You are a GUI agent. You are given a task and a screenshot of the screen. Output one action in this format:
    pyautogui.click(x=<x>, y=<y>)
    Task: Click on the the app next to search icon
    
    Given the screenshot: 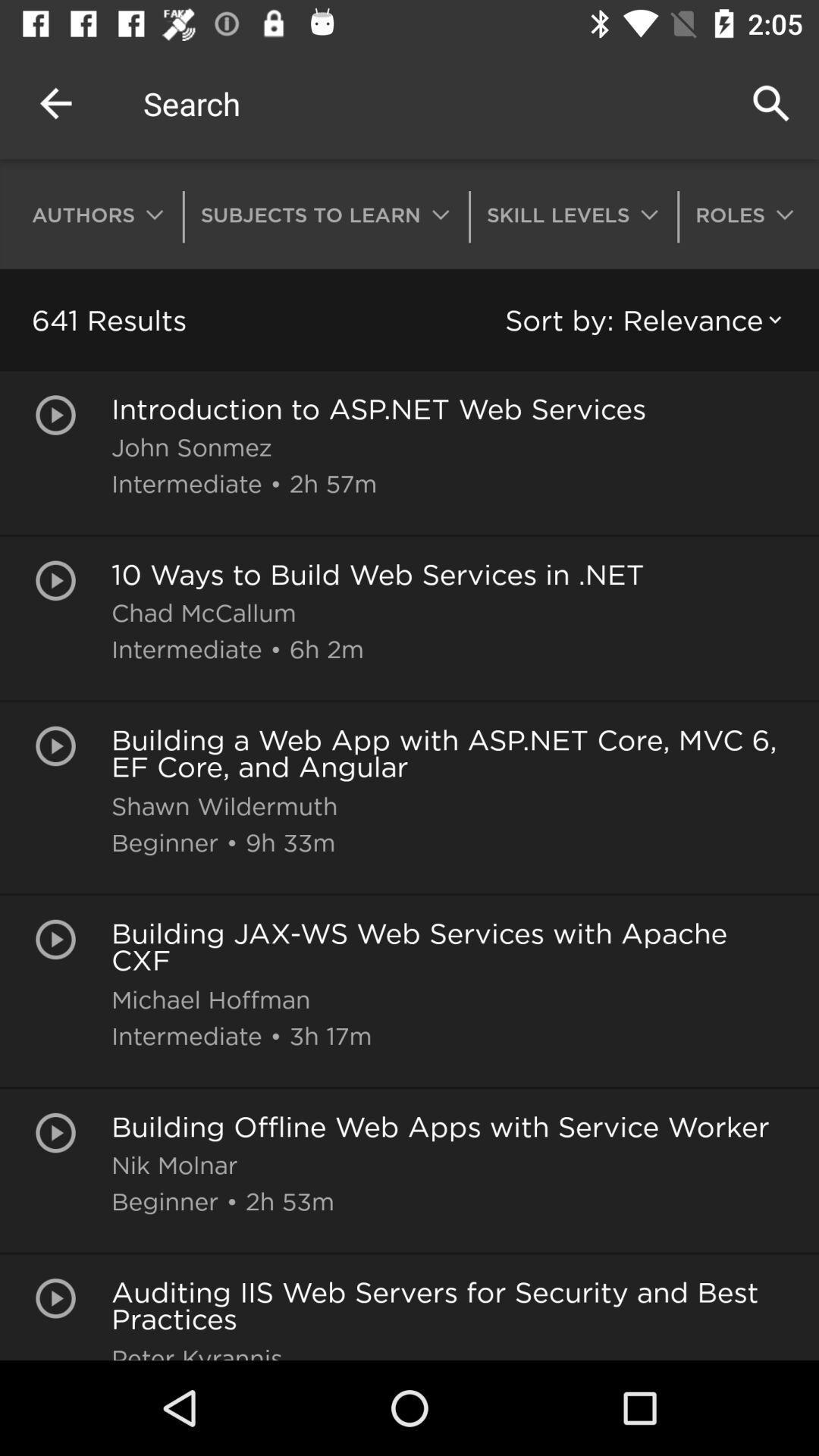 What is the action you would take?
    pyautogui.click(x=55, y=102)
    